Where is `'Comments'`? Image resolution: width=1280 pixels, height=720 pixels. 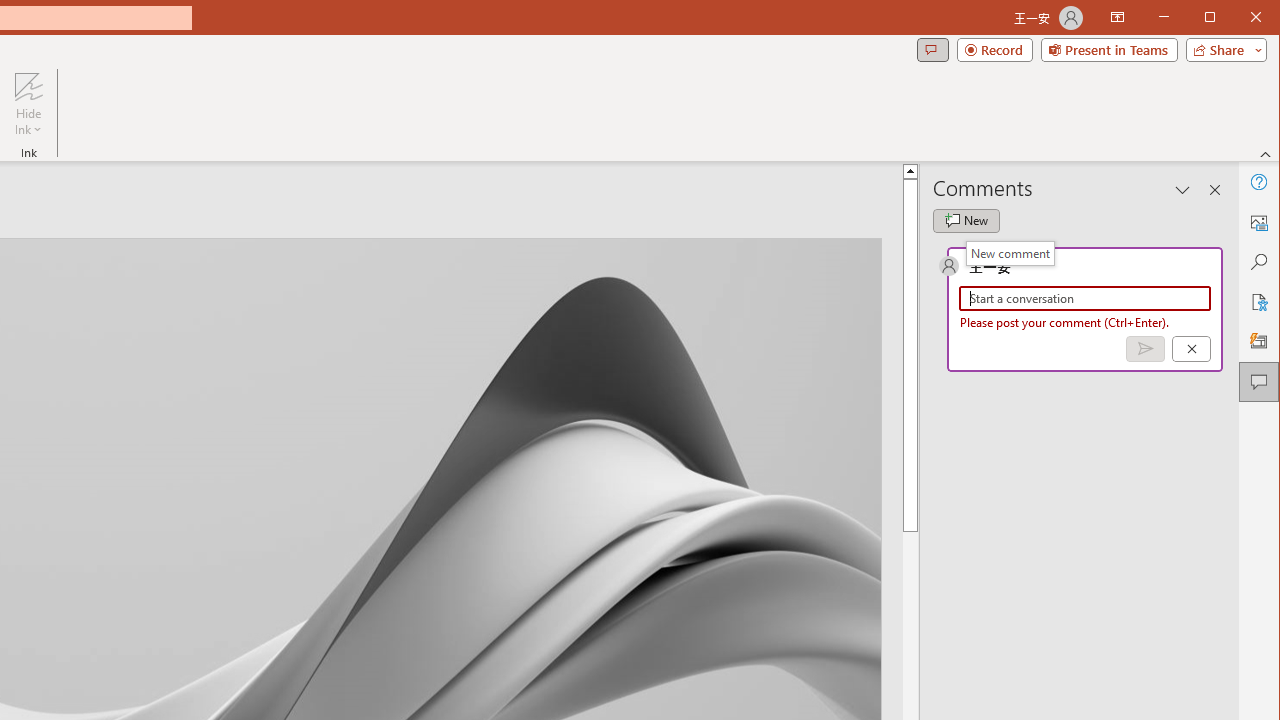 'Comments' is located at coordinates (931, 49).